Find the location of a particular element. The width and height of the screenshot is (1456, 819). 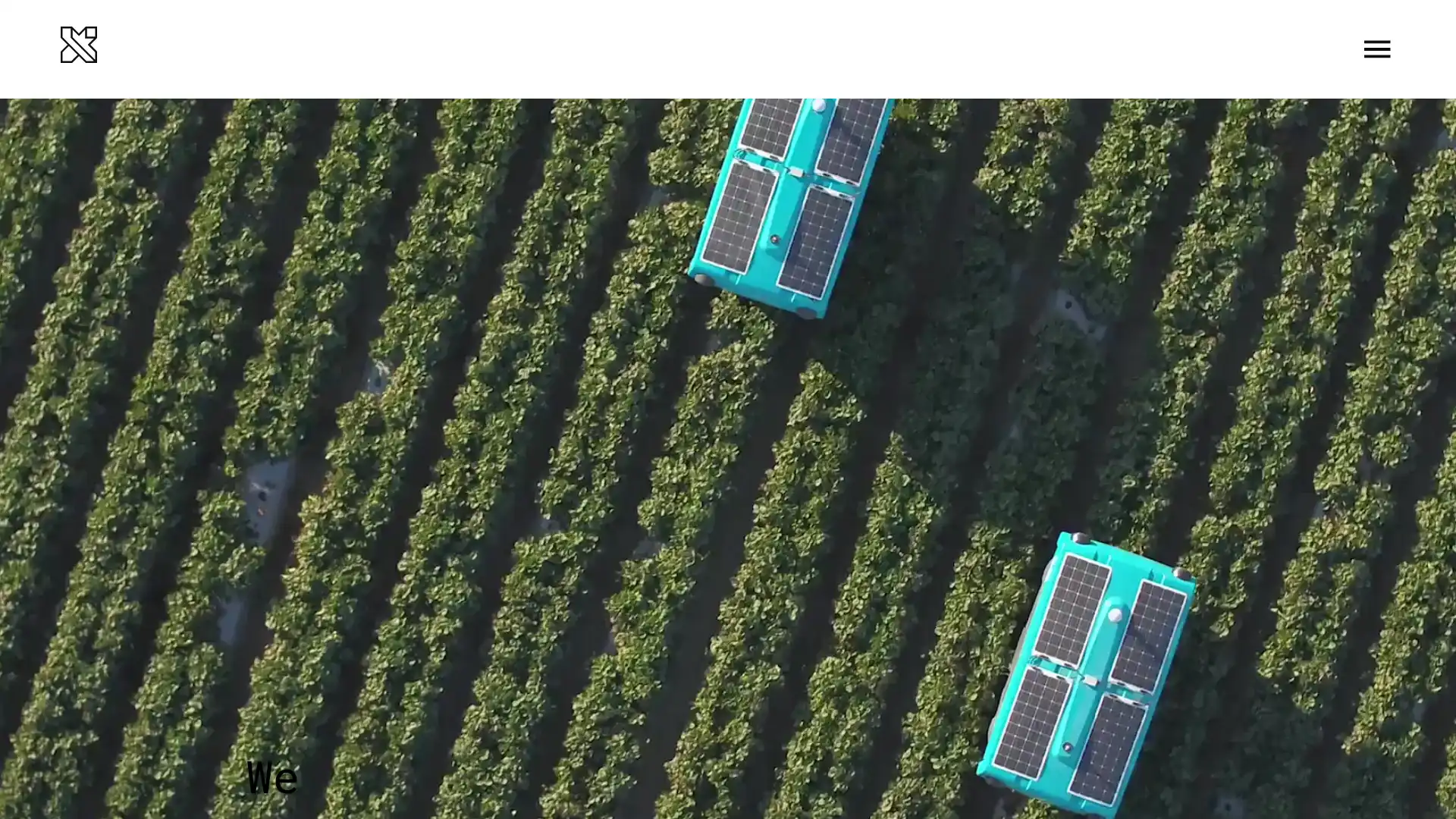

Dandelion graduates Dandelion, a project using geothermal energy to sustainably and affordably heat and cool homes, graduates from X as an independent company outside Alphabet and begins offering services in the northeastern United States. is located at coordinates (768, 567).